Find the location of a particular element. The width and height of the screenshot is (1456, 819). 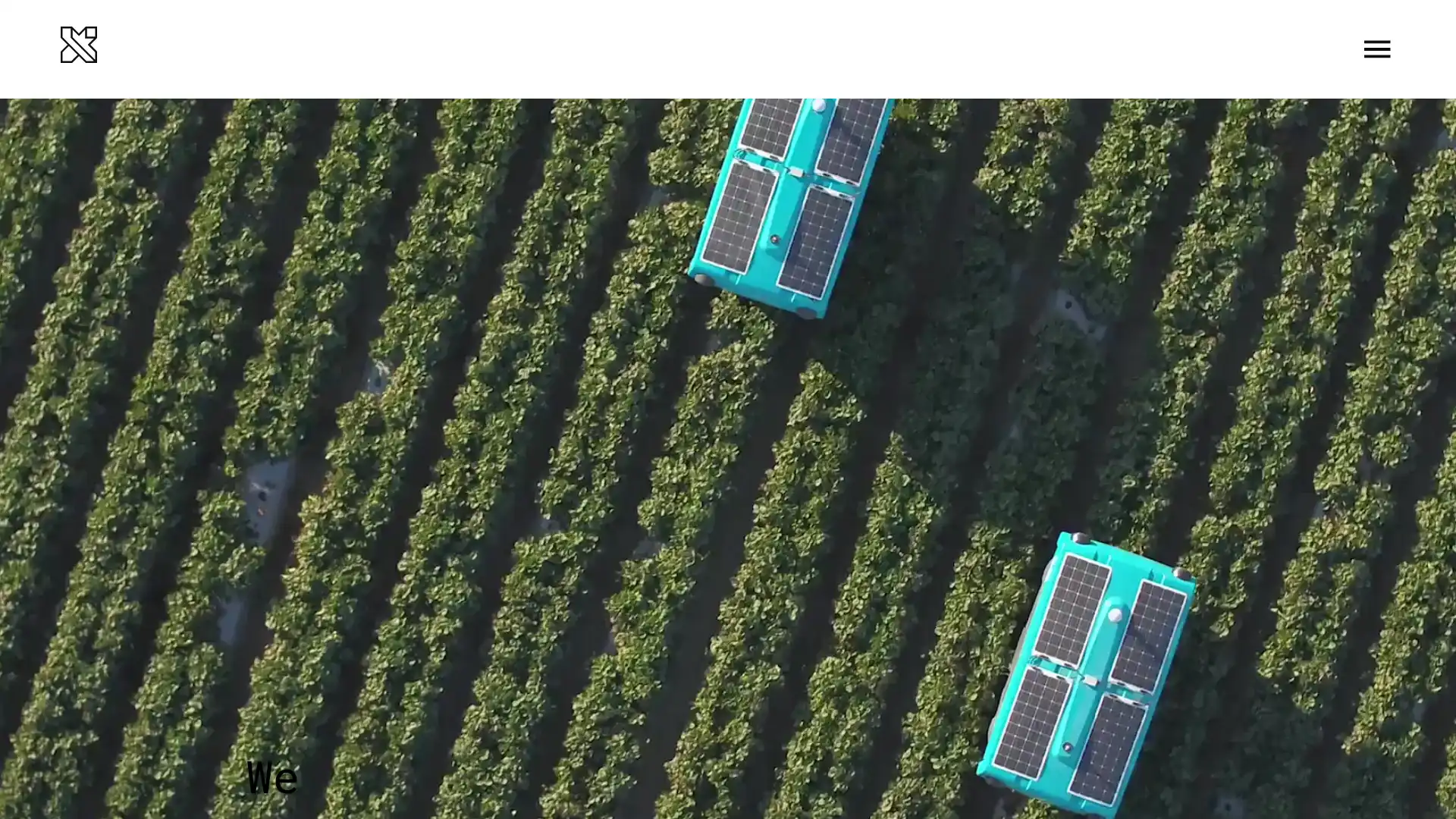

Dandelion graduates Dandelion, a project using geothermal energy to sustainably and affordably heat and cool homes, graduates from X as an independent company outside Alphabet and begins offering services in the northeastern United States. is located at coordinates (768, 567).